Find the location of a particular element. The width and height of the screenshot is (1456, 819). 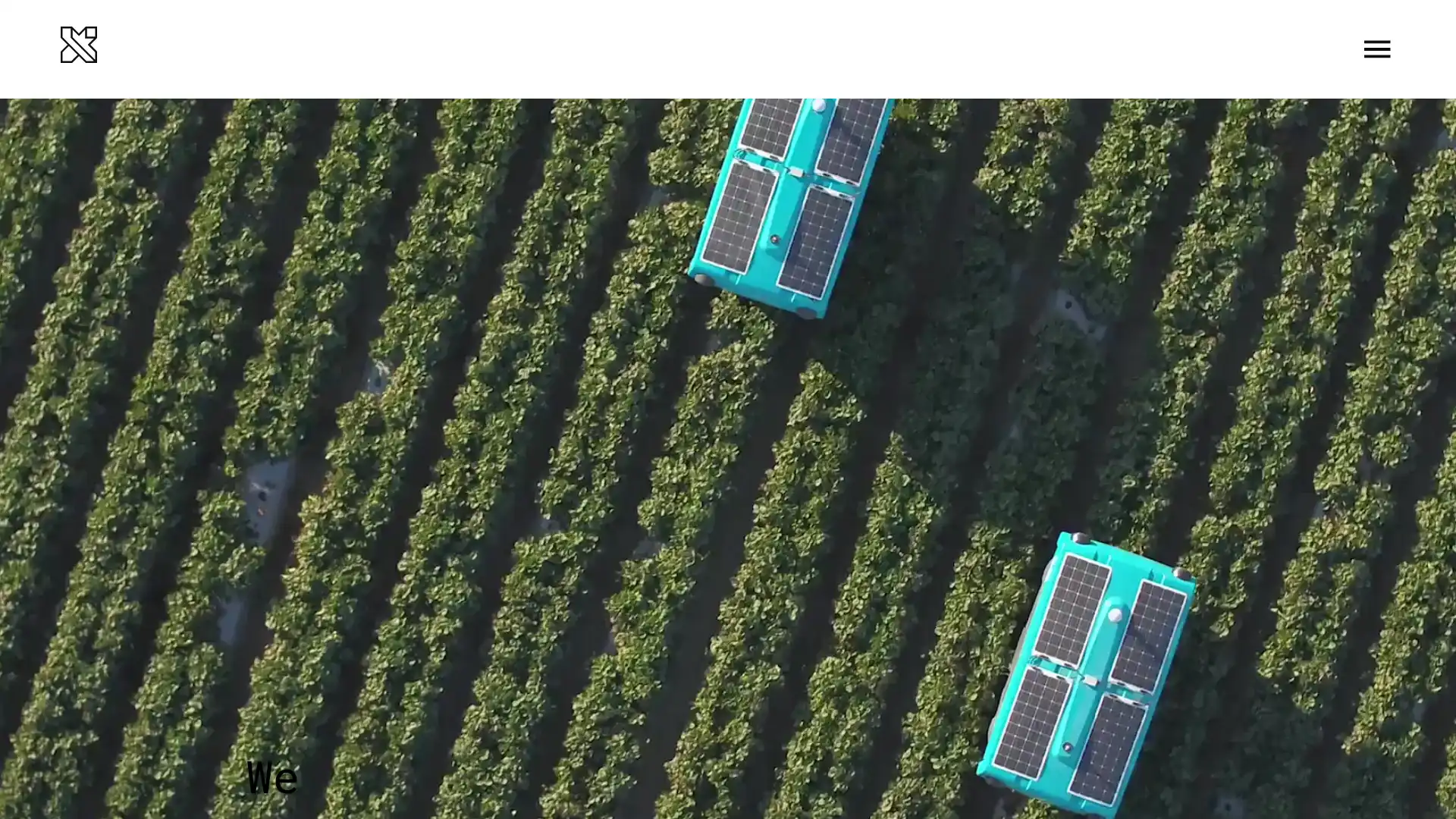

Dandelion graduates Dandelion, a project using geothermal energy to sustainably and affordably heat and cool homes, graduates from X as an independent company outside Alphabet and begins offering services in the northeastern United States. is located at coordinates (768, 567).